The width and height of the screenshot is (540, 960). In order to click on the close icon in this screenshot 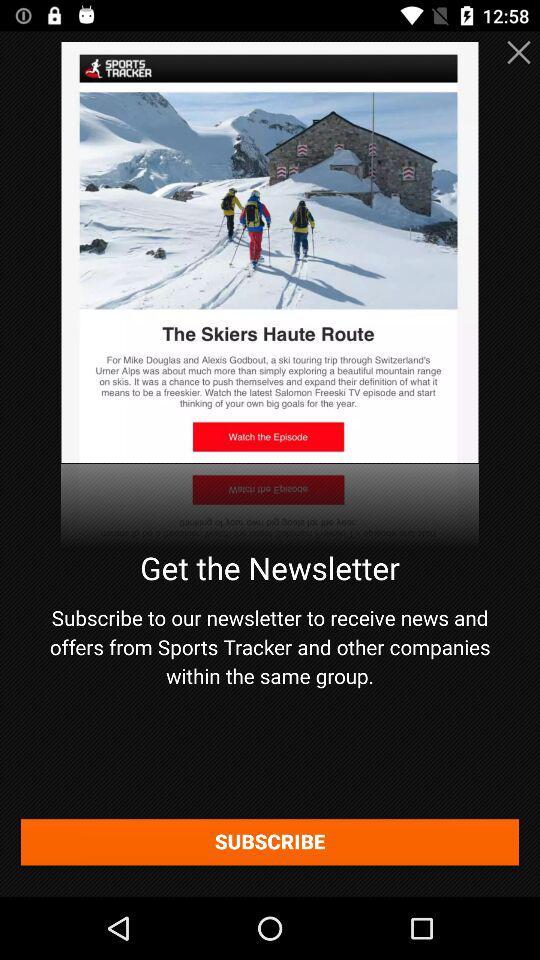, I will do `click(518, 51)`.